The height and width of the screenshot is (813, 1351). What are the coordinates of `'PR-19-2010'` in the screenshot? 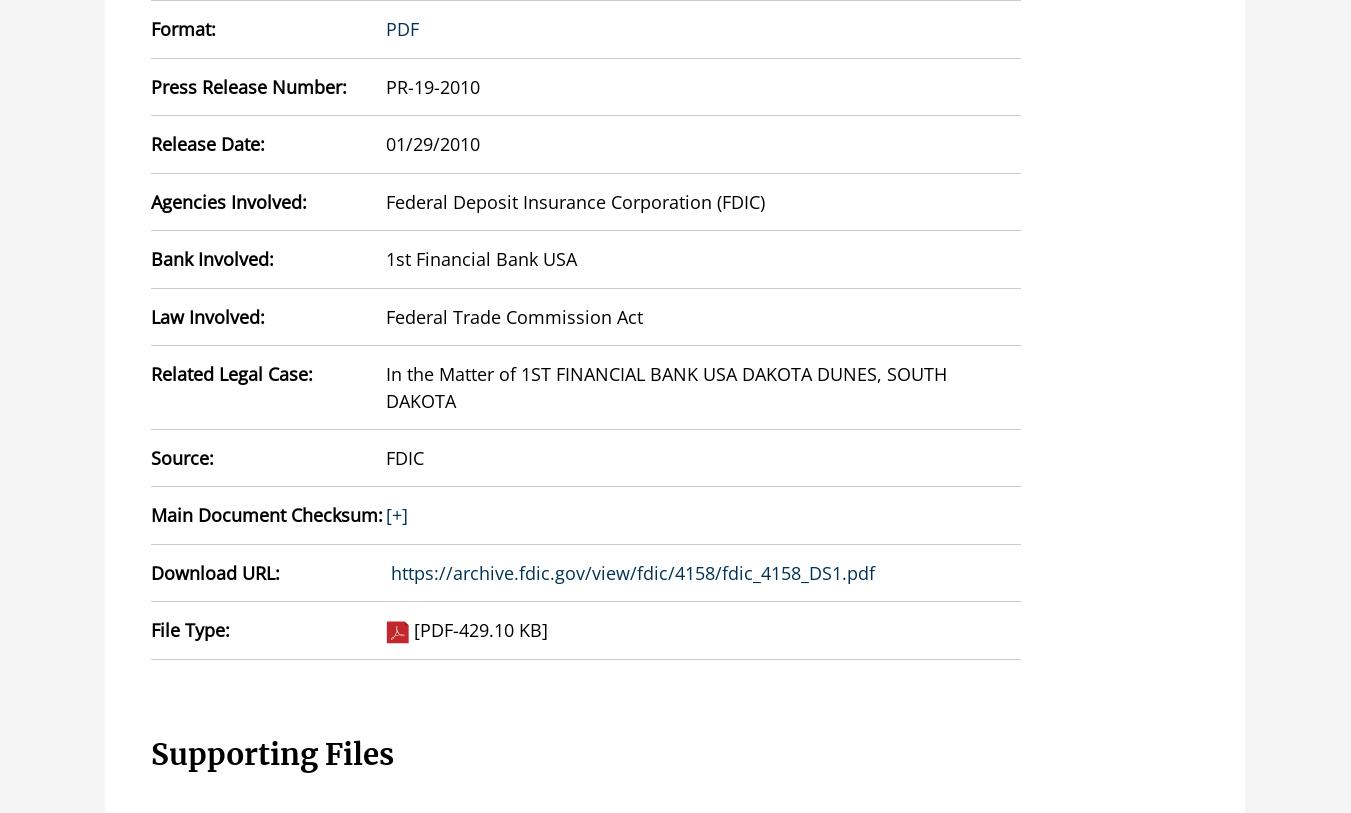 It's located at (431, 85).